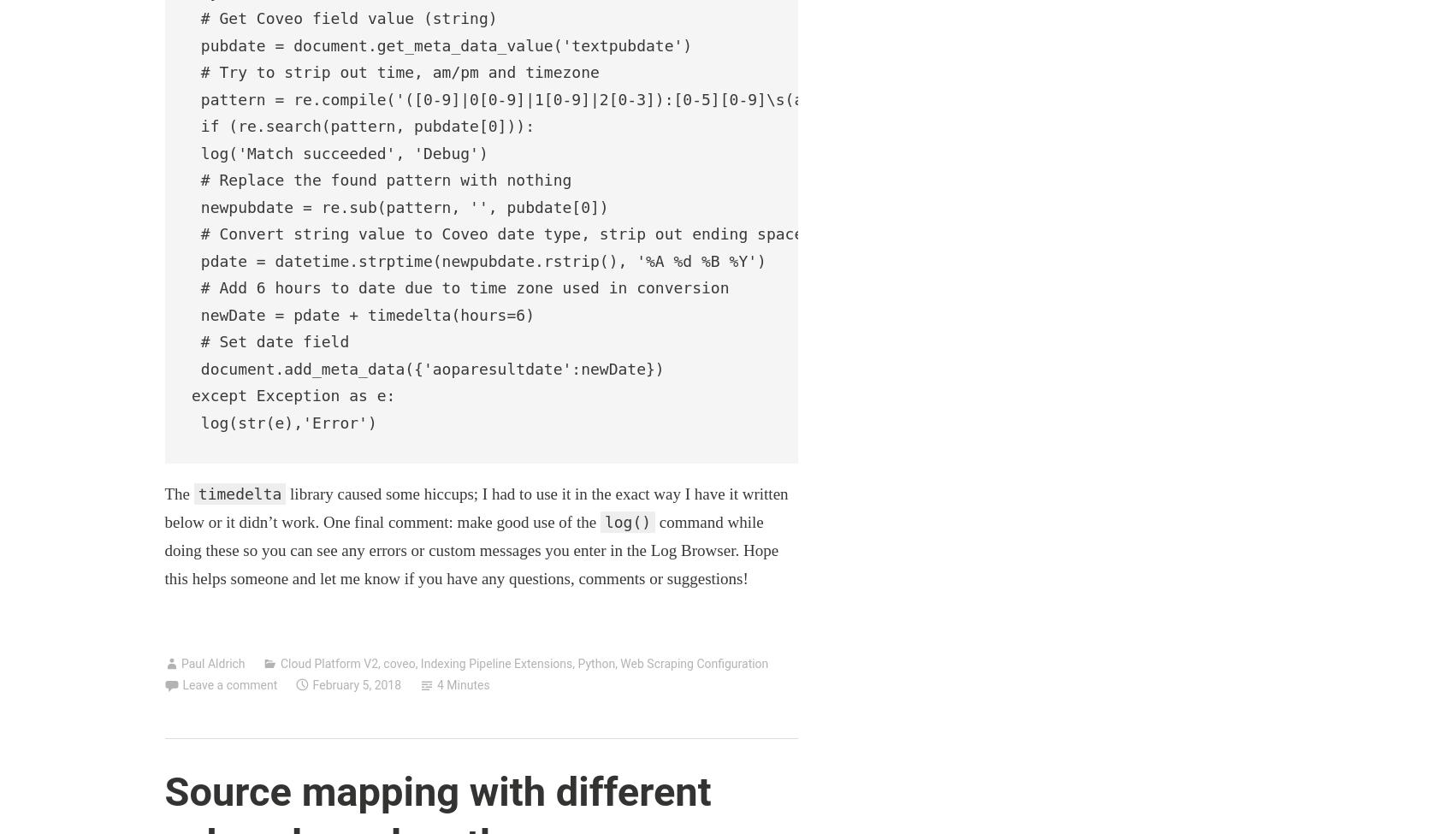 The height and width of the screenshot is (834, 1456). I want to click on 'library caused some hiccups; I had to use it in the exact way I have it written below or it didn’t work. One final comment: make good use of the', so click(475, 506).